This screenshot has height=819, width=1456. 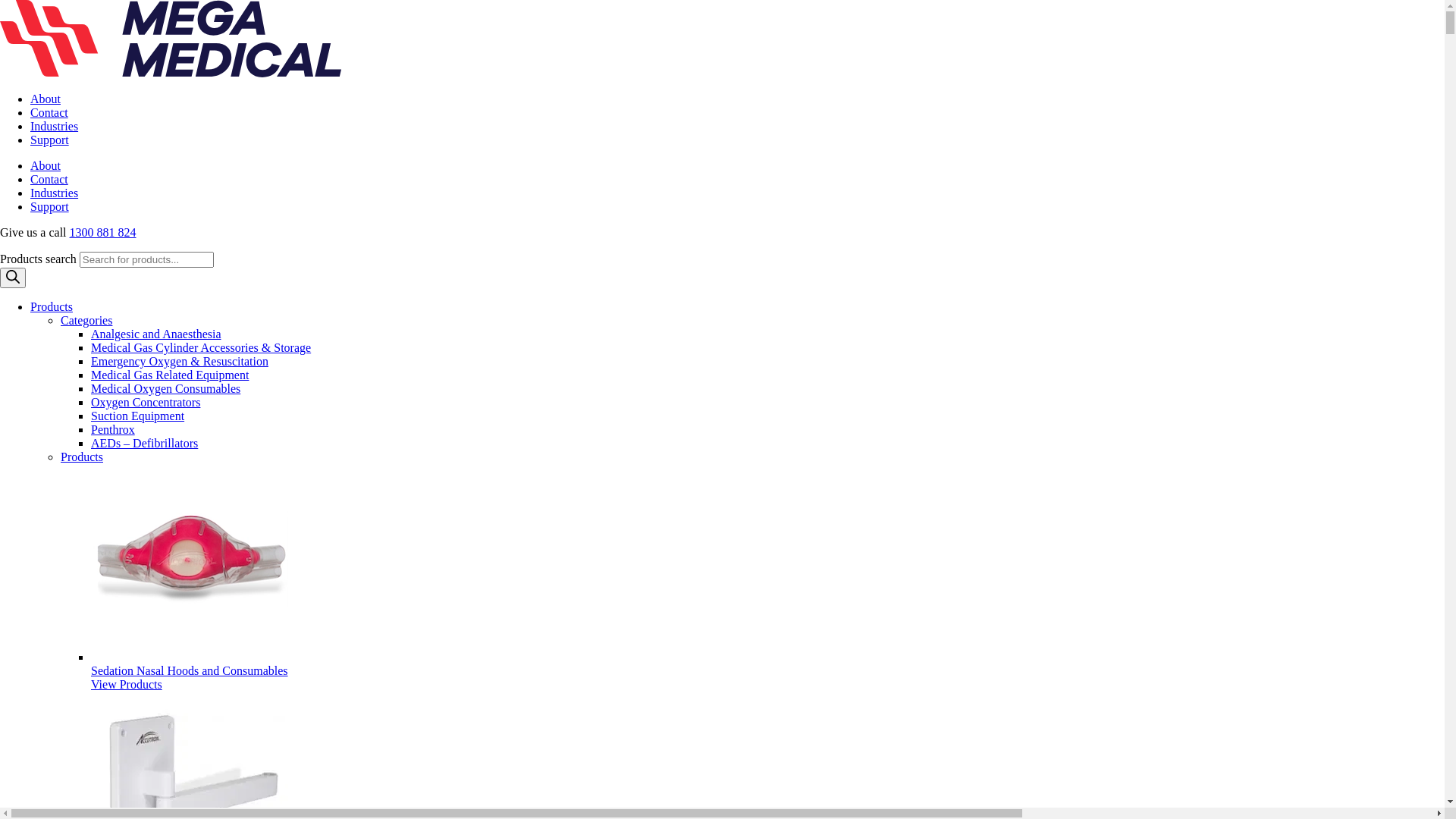 I want to click on 'Sedation Nasal Hoods and Consumables', so click(x=188, y=670).